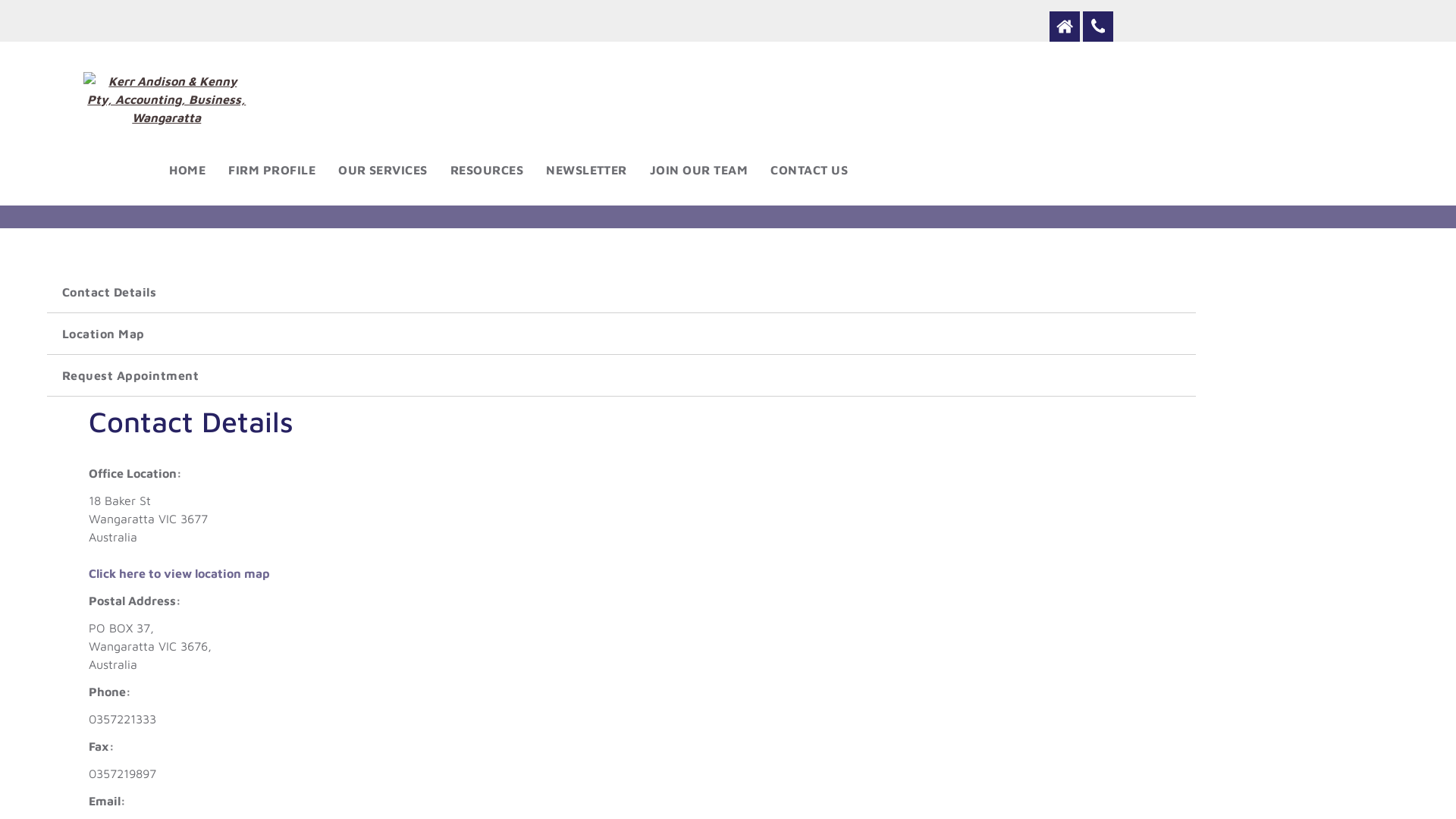 The width and height of the screenshot is (1456, 819). What do you see at coordinates (179, 573) in the screenshot?
I see `'Click here to view location map'` at bounding box center [179, 573].